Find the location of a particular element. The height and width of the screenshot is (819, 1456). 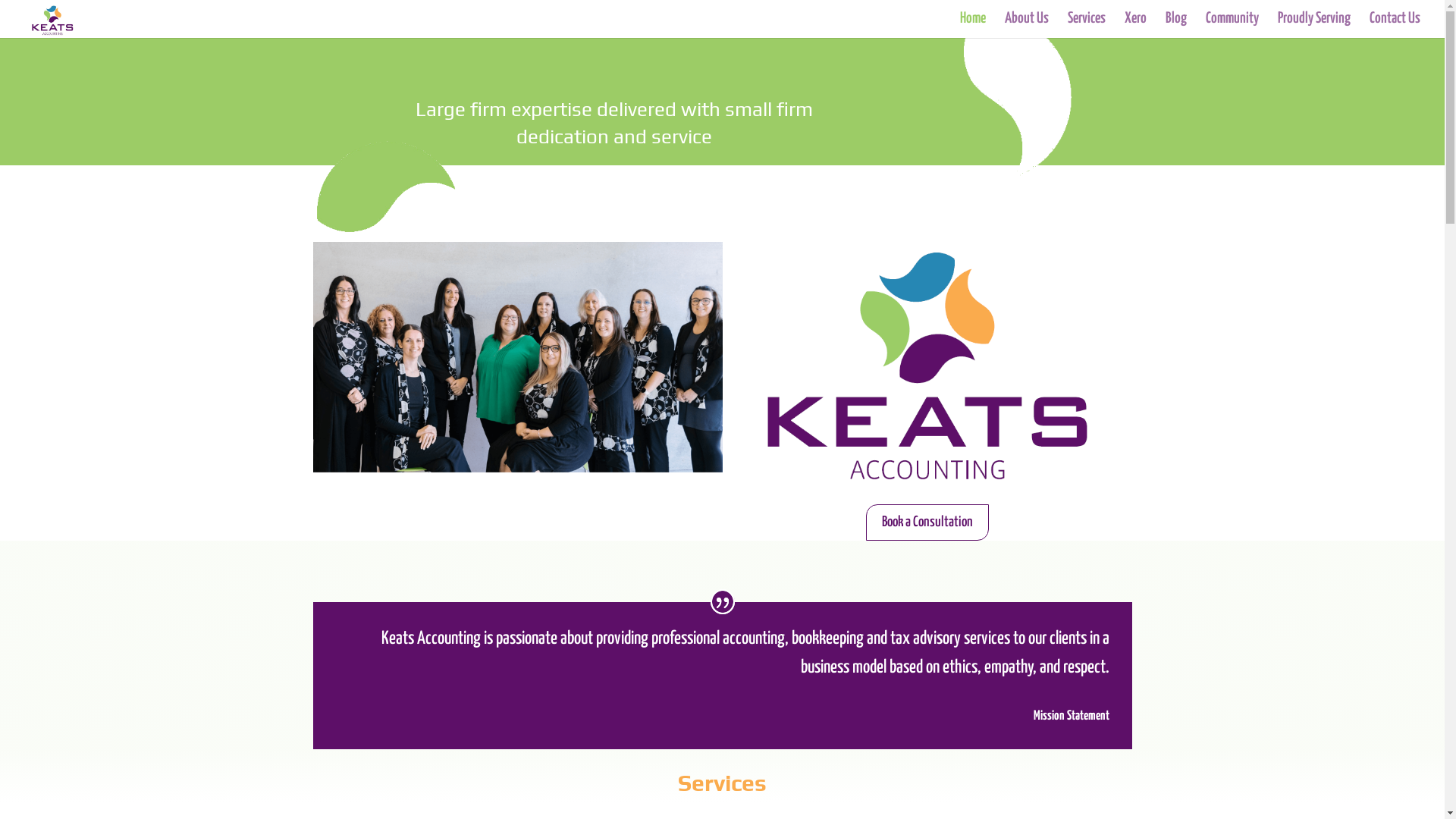

'keats-accounting-team' is located at coordinates (516, 356).